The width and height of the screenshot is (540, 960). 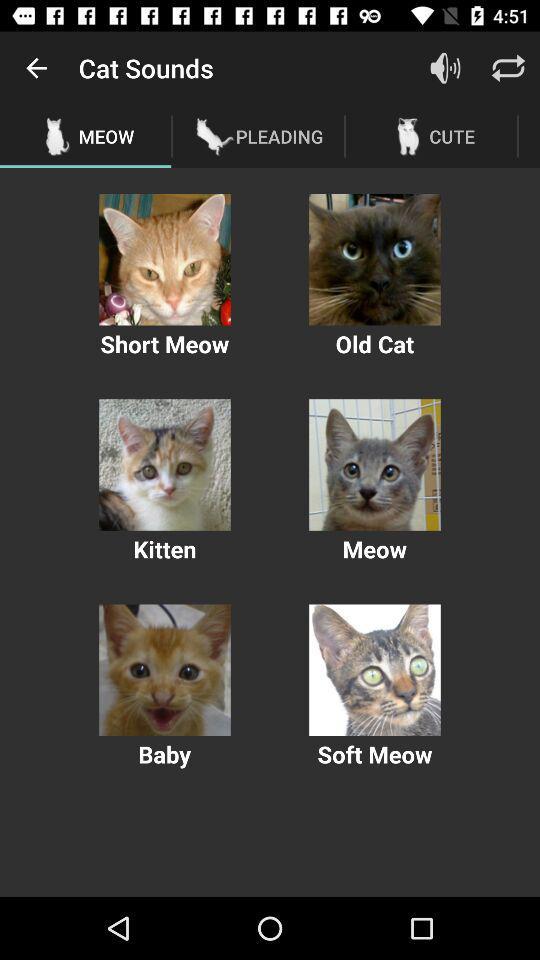 What do you see at coordinates (445, 68) in the screenshot?
I see `disable sound` at bounding box center [445, 68].